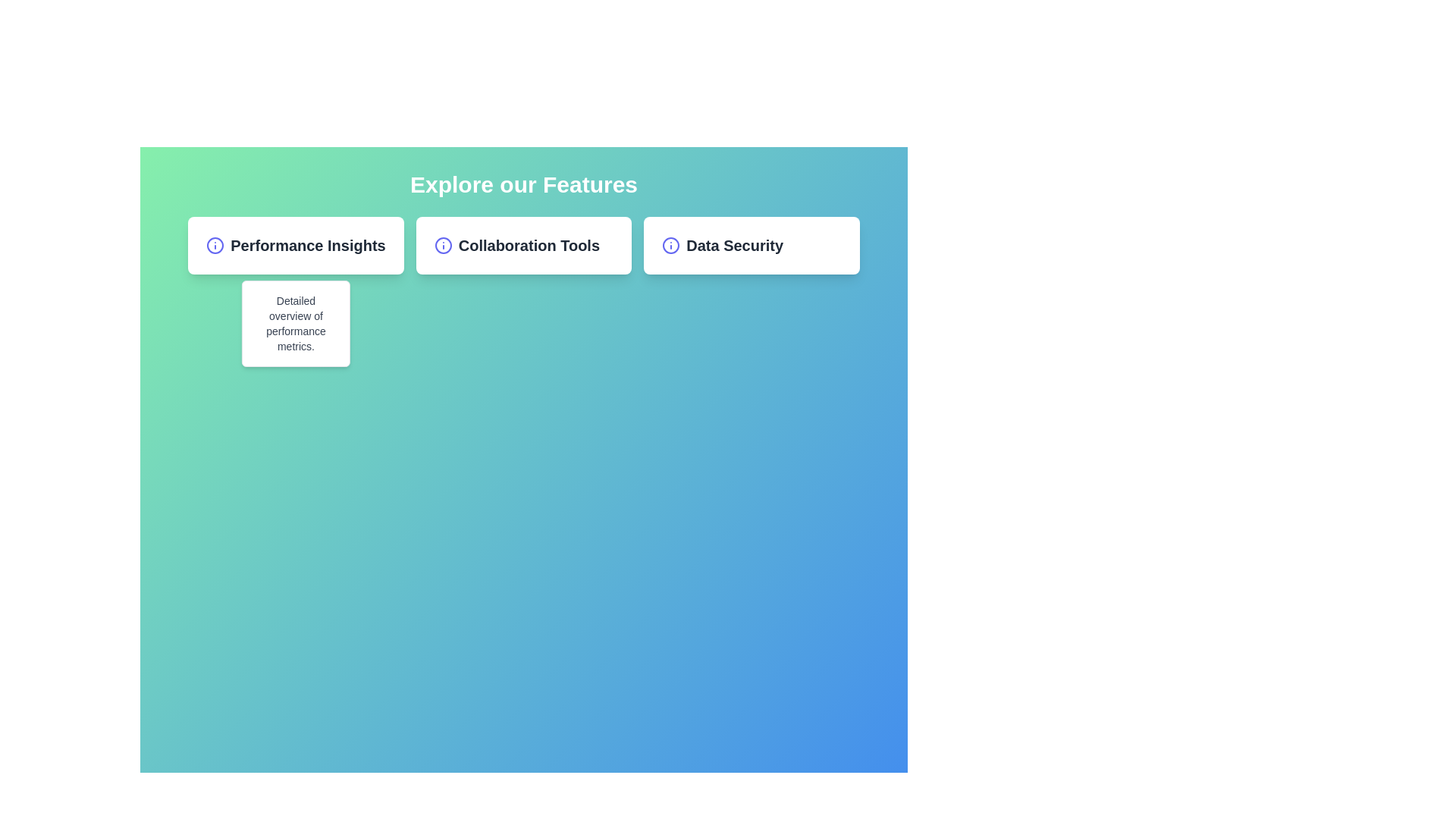  What do you see at coordinates (296, 323) in the screenshot?
I see `text from the informative pop-up or tooltip box located directly beneath the 'Performance Insights' feature, providing additional information about it` at bounding box center [296, 323].